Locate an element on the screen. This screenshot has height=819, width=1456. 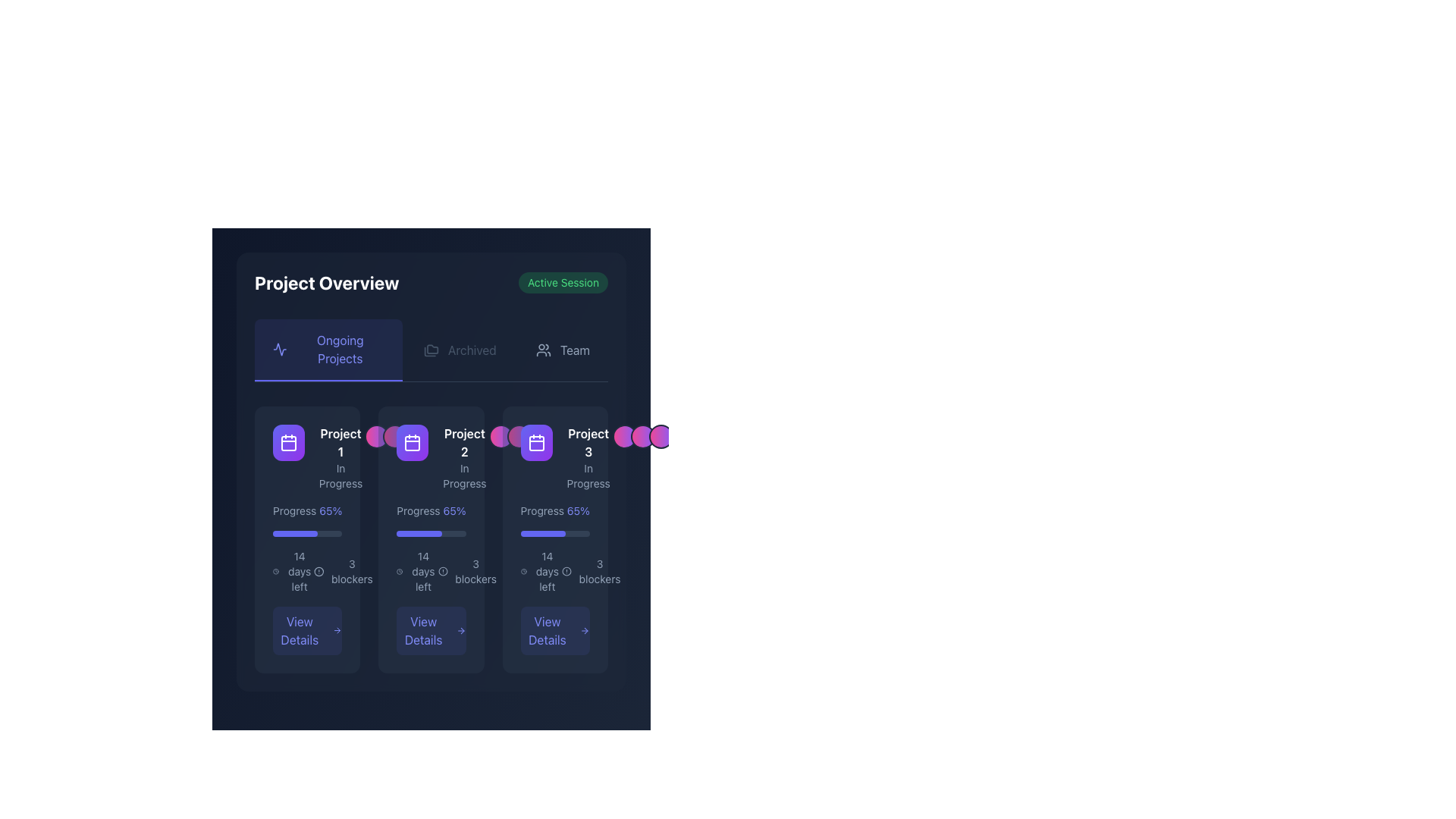
the group of avatars or profile pictures representing team members associated with 'Project 3', located is located at coordinates (642, 436).